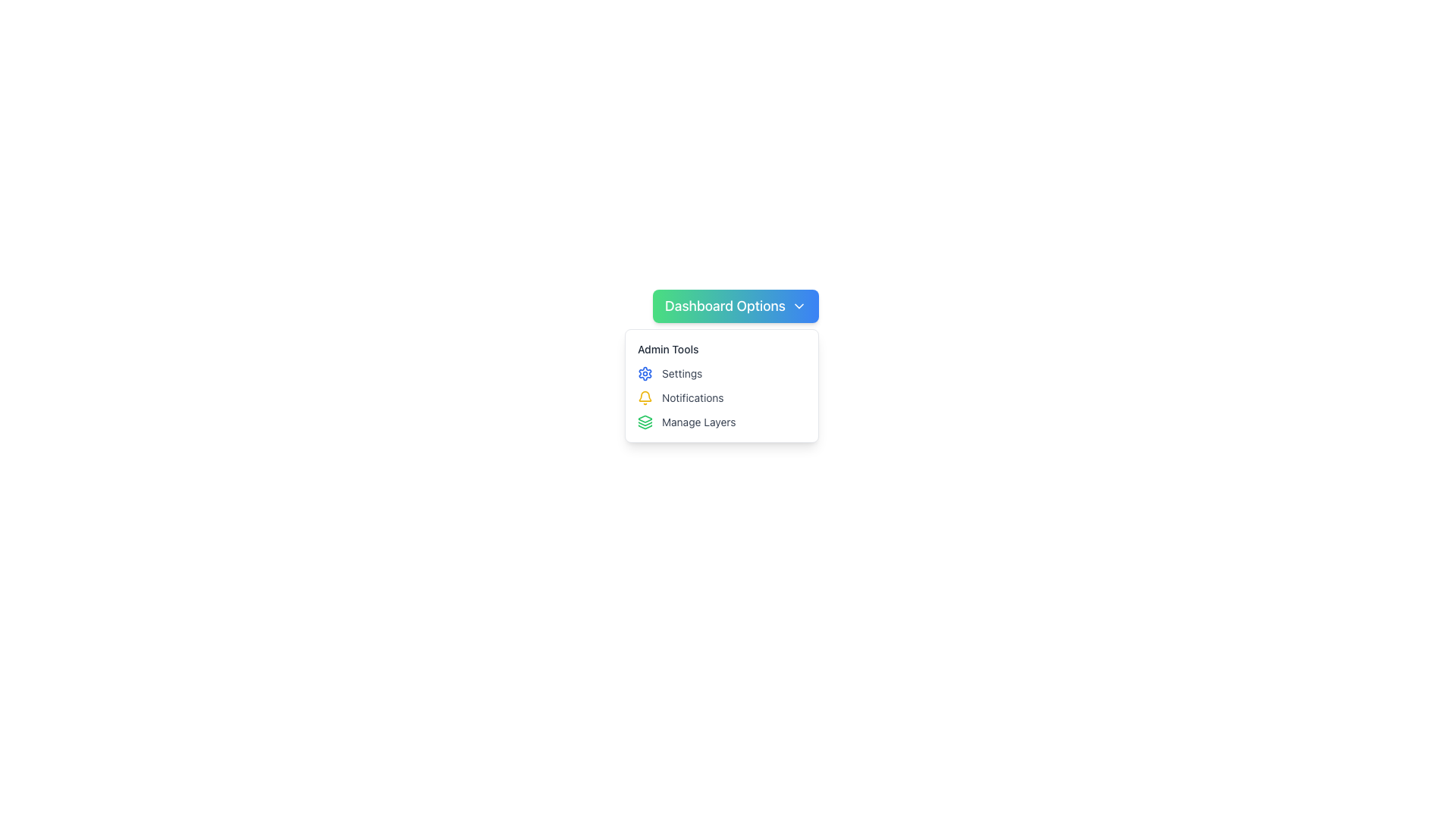  What do you see at coordinates (720, 385) in the screenshot?
I see `any option within the dropdown menu located directly below the 'Dashboard Options' button, which provides access to administrative tools and navigation options` at bounding box center [720, 385].